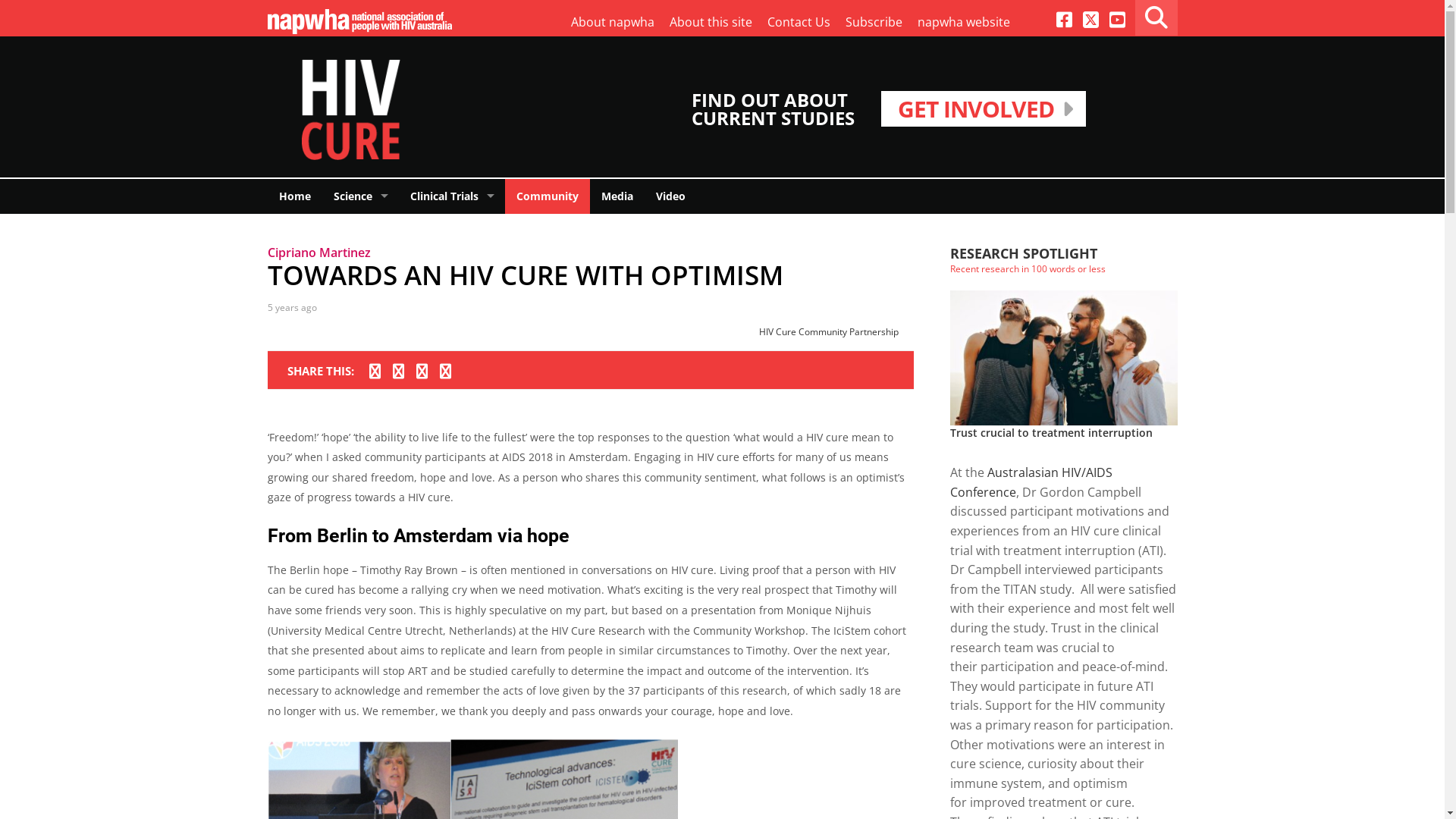 The width and height of the screenshot is (1456, 819). I want to click on 'Trust crucial to treatment interruption', so click(1050, 432).